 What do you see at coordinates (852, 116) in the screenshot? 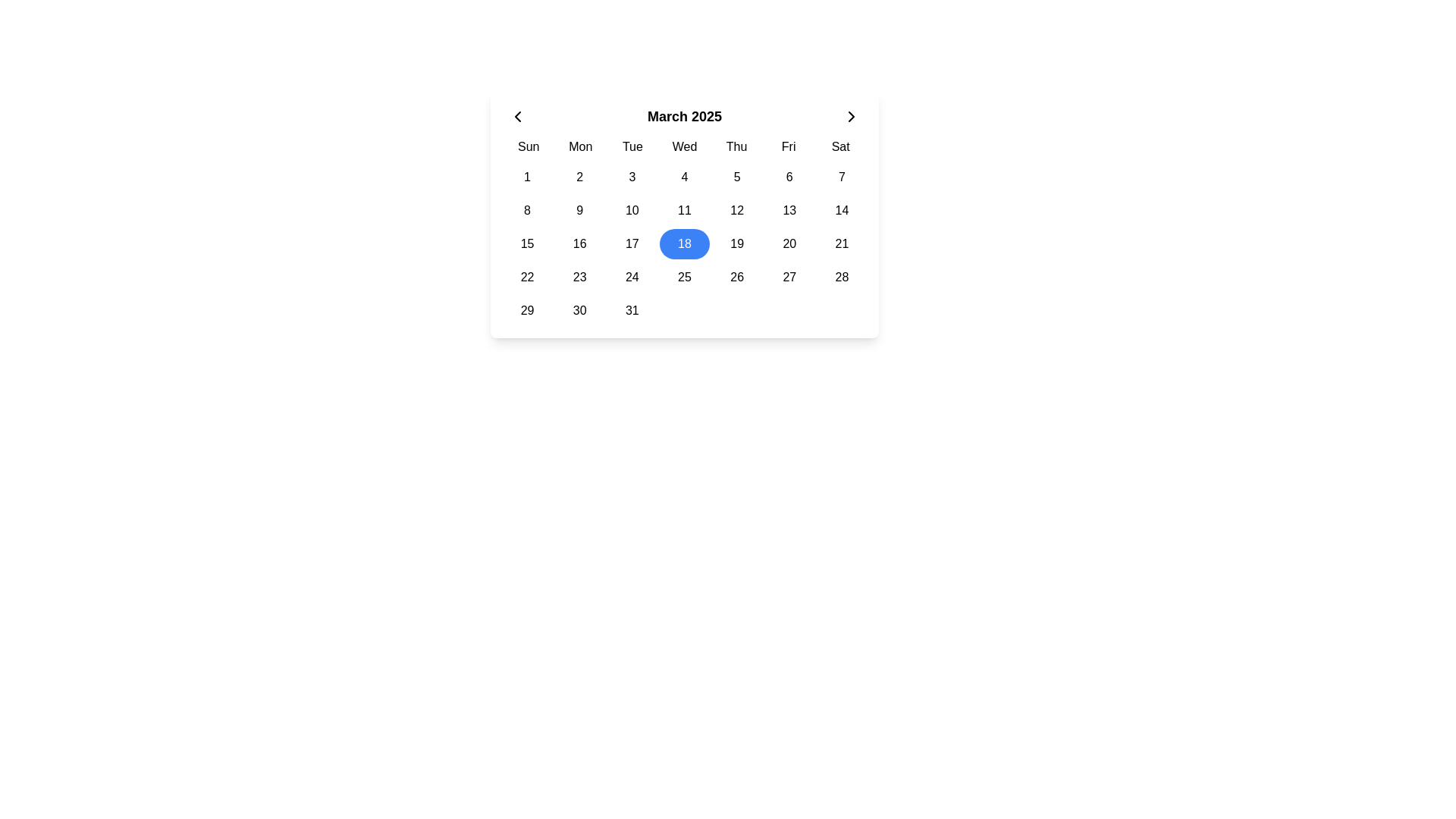
I see `the rightward-pointing chevron icon button located in the top-right corner of the calendar interface adjacent to the label 'March 2025'` at bounding box center [852, 116].